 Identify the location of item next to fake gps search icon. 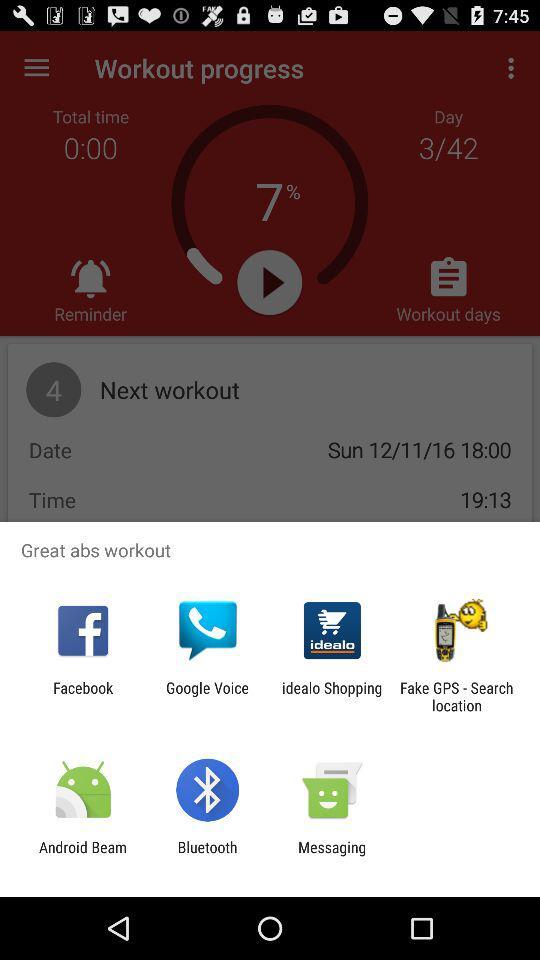
(332, 696).